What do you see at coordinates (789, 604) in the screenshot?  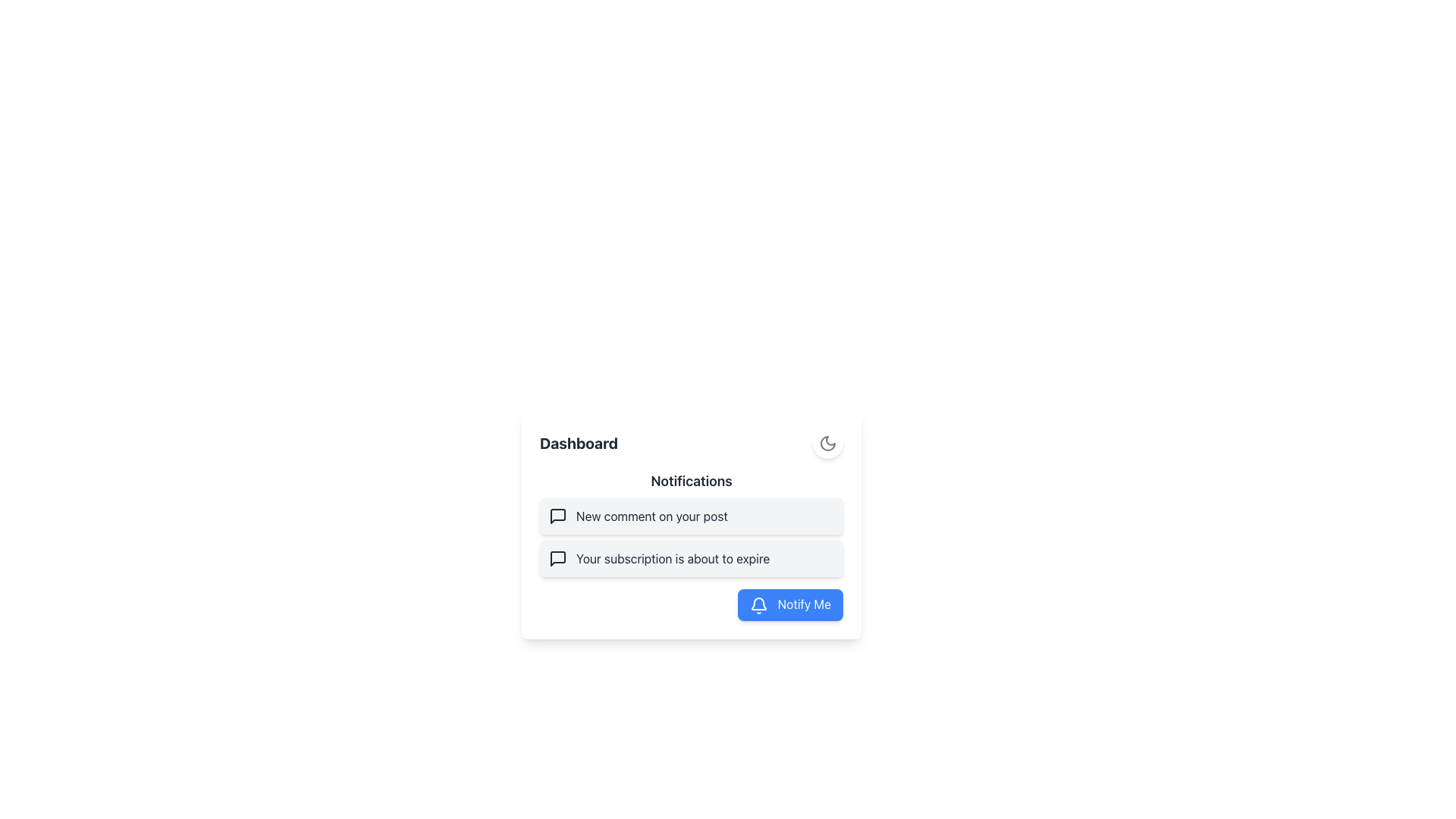 I see `the 'Notify Me' button with a blue background and a bell icon located at the bottom-right corner of the notification panel` at bounding box center [789, 604].